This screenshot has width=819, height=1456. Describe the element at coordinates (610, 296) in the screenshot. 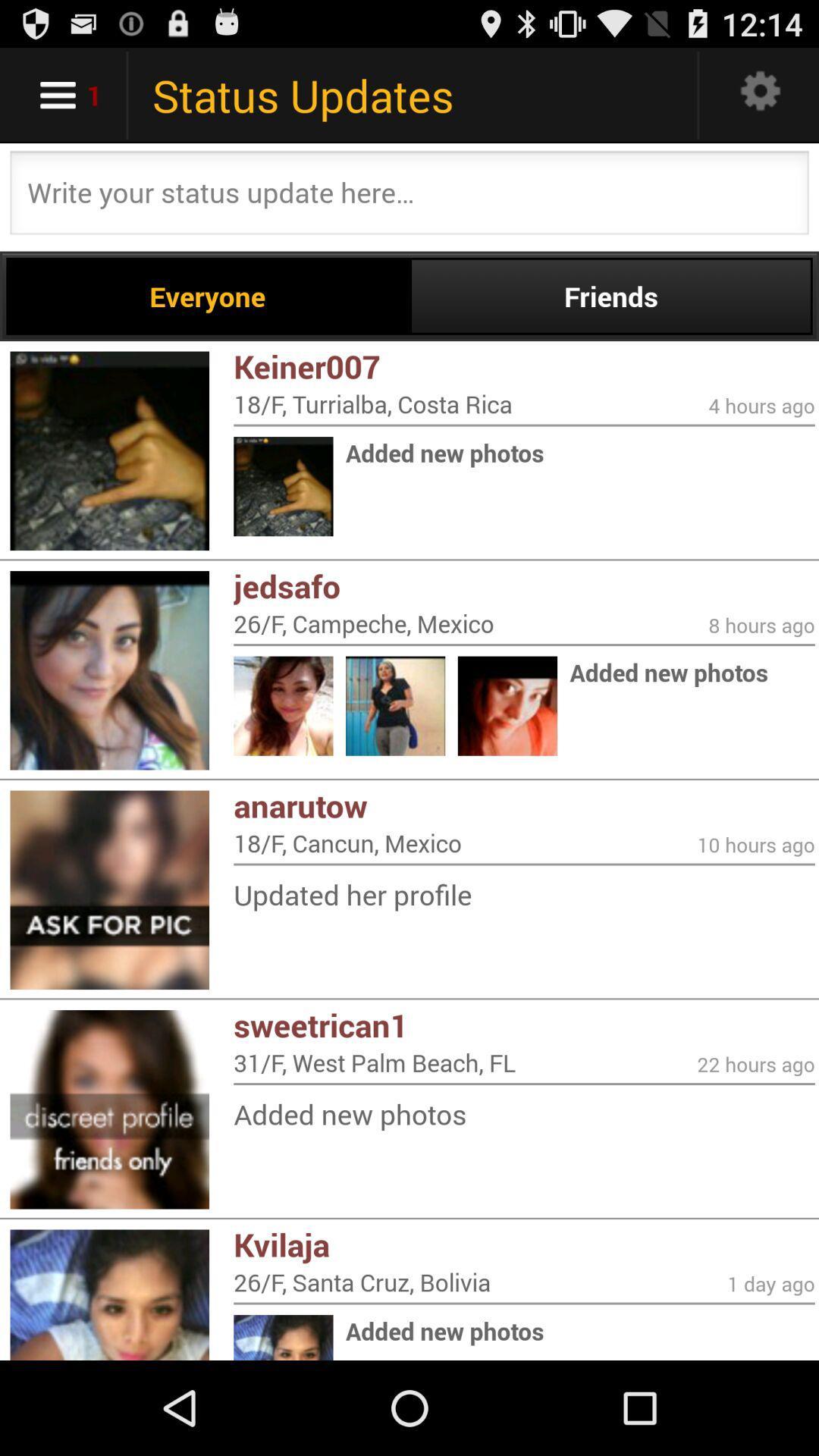

I see `the item next to the everyone icon` at that location.